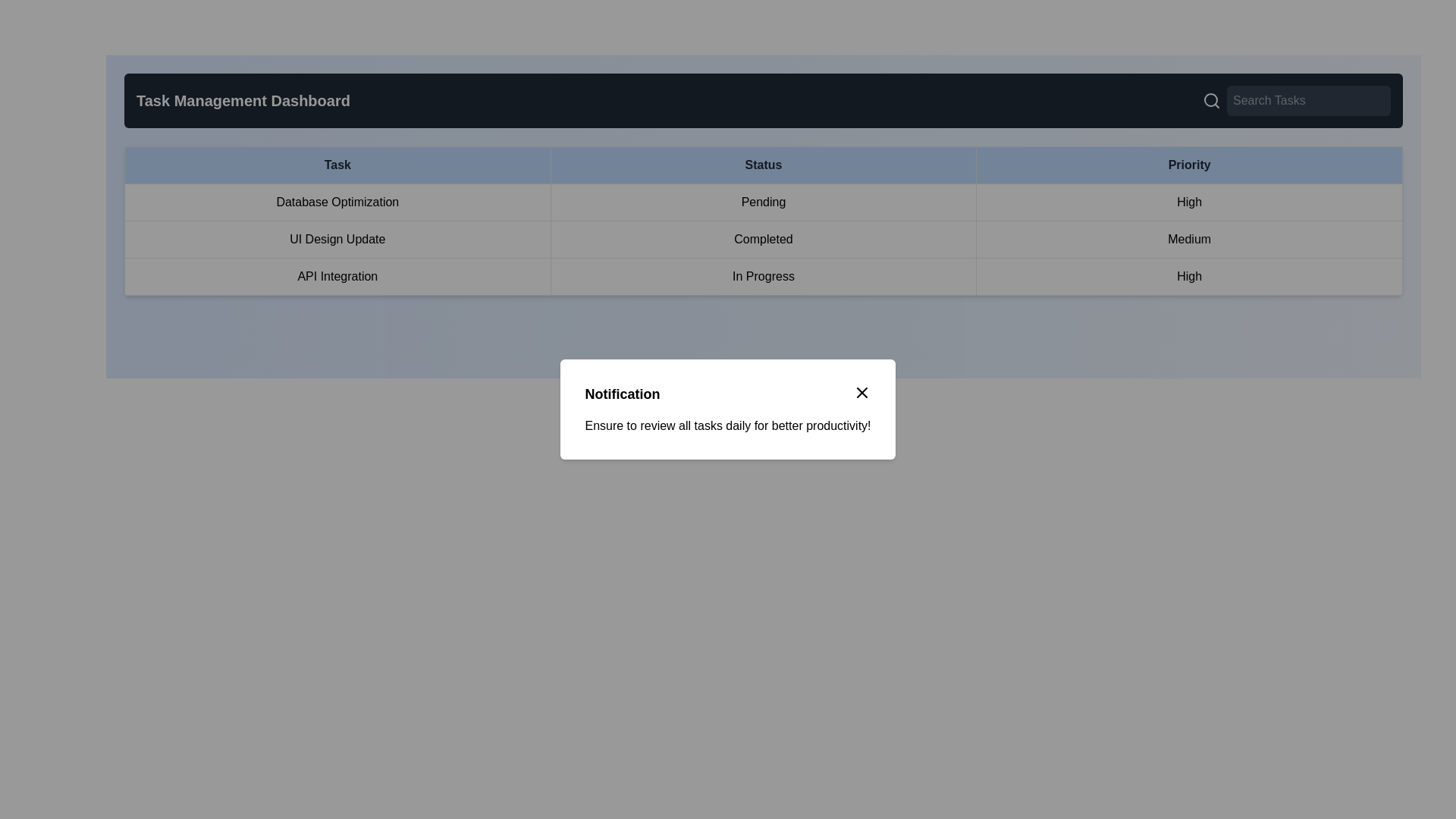 The height and width of the screenshot is (819, 1456). Describe the element at coordinates (337, 201) in the screenshot. I see `the Text display field that has a light gray background and displays 'Database Optimization', located in the leftmost column of a three-column row` at that location.